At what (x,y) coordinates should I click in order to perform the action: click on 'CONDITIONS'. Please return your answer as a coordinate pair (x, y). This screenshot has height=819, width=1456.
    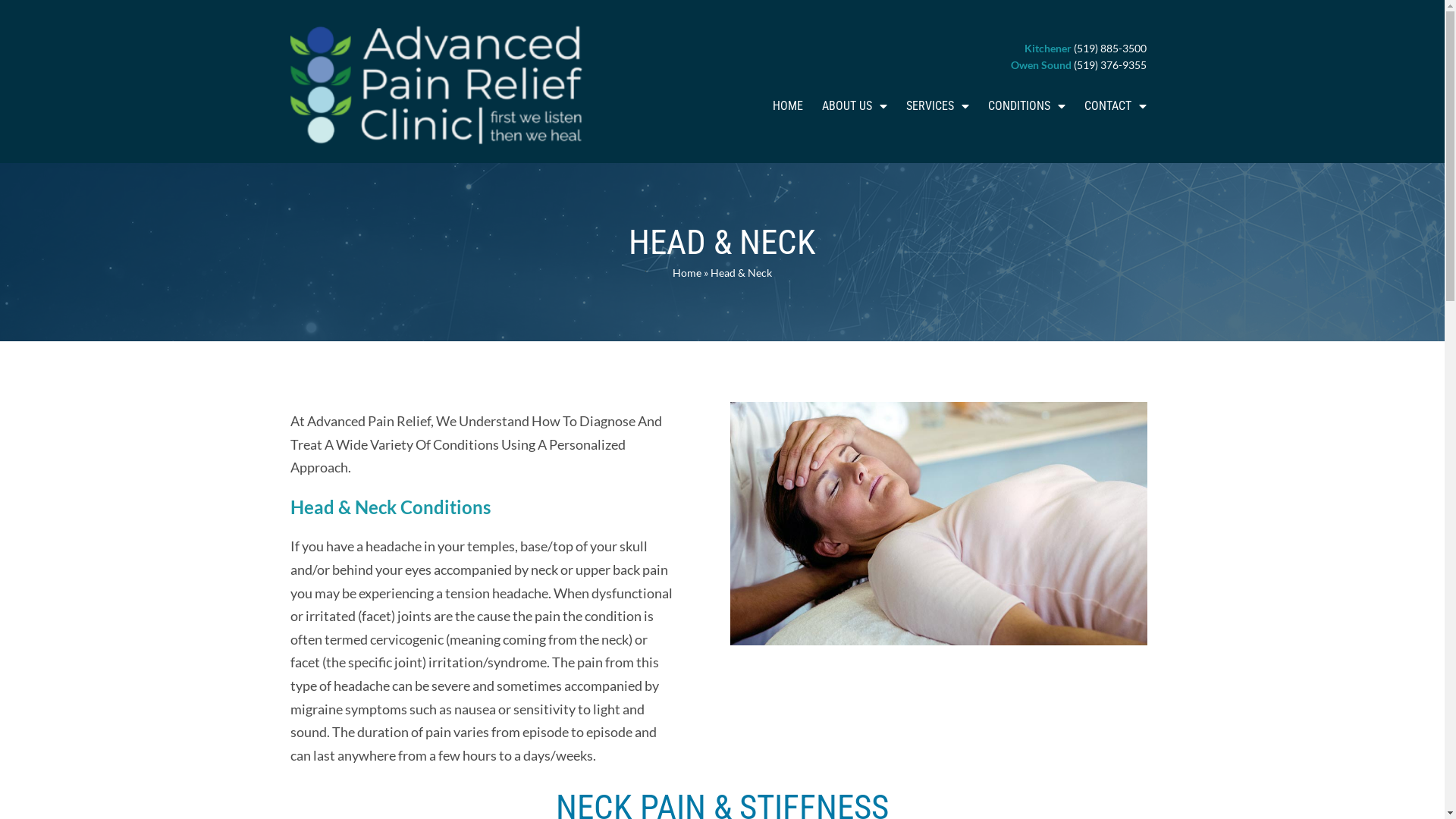
    Looking at the image, I should click on (987, 104).